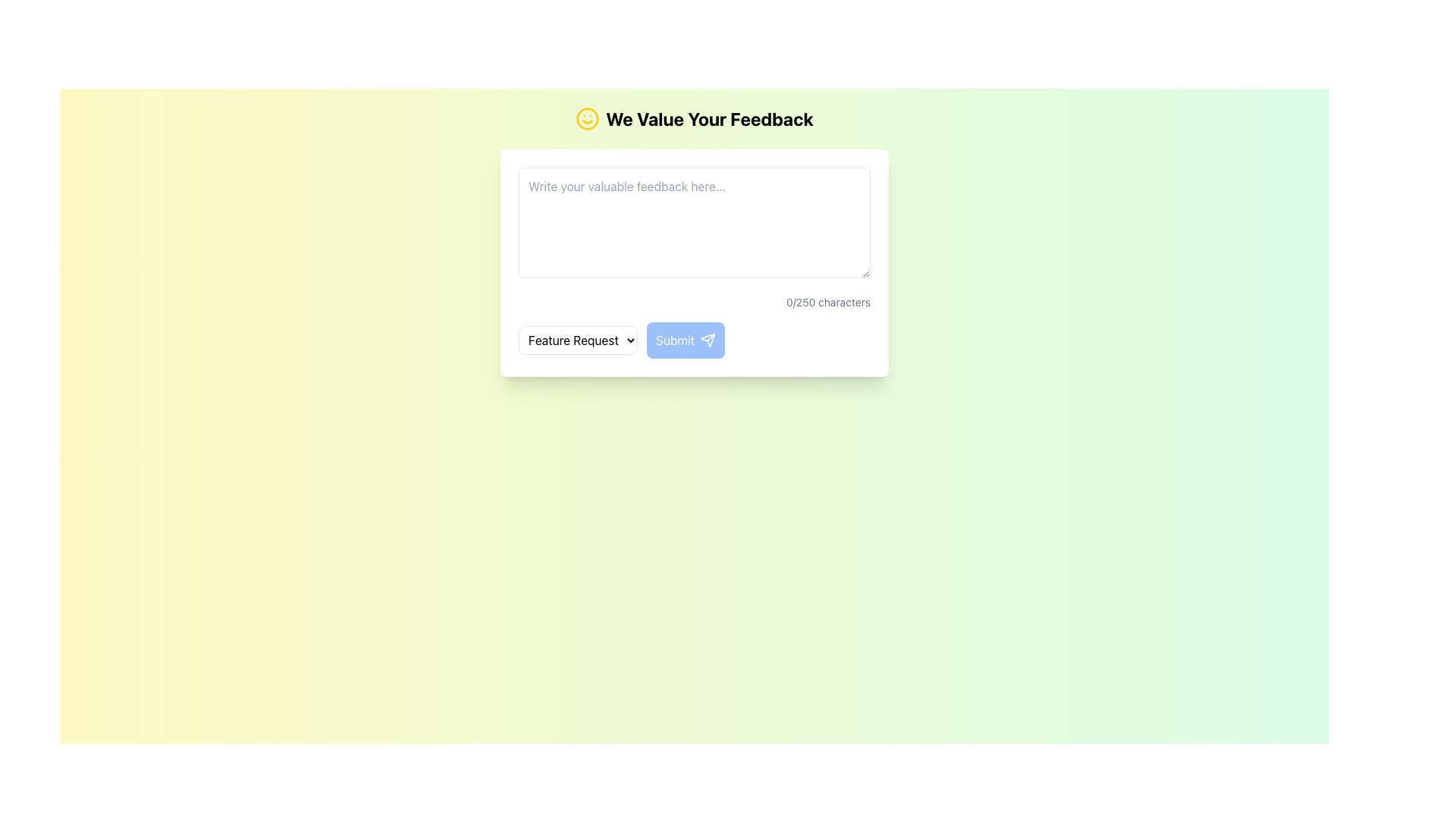  I want to click on the 'Submit' button by navigating to the SVG paper airplane icon using keyboard navigation, which is located to the right of the button text, so click(708, 339).